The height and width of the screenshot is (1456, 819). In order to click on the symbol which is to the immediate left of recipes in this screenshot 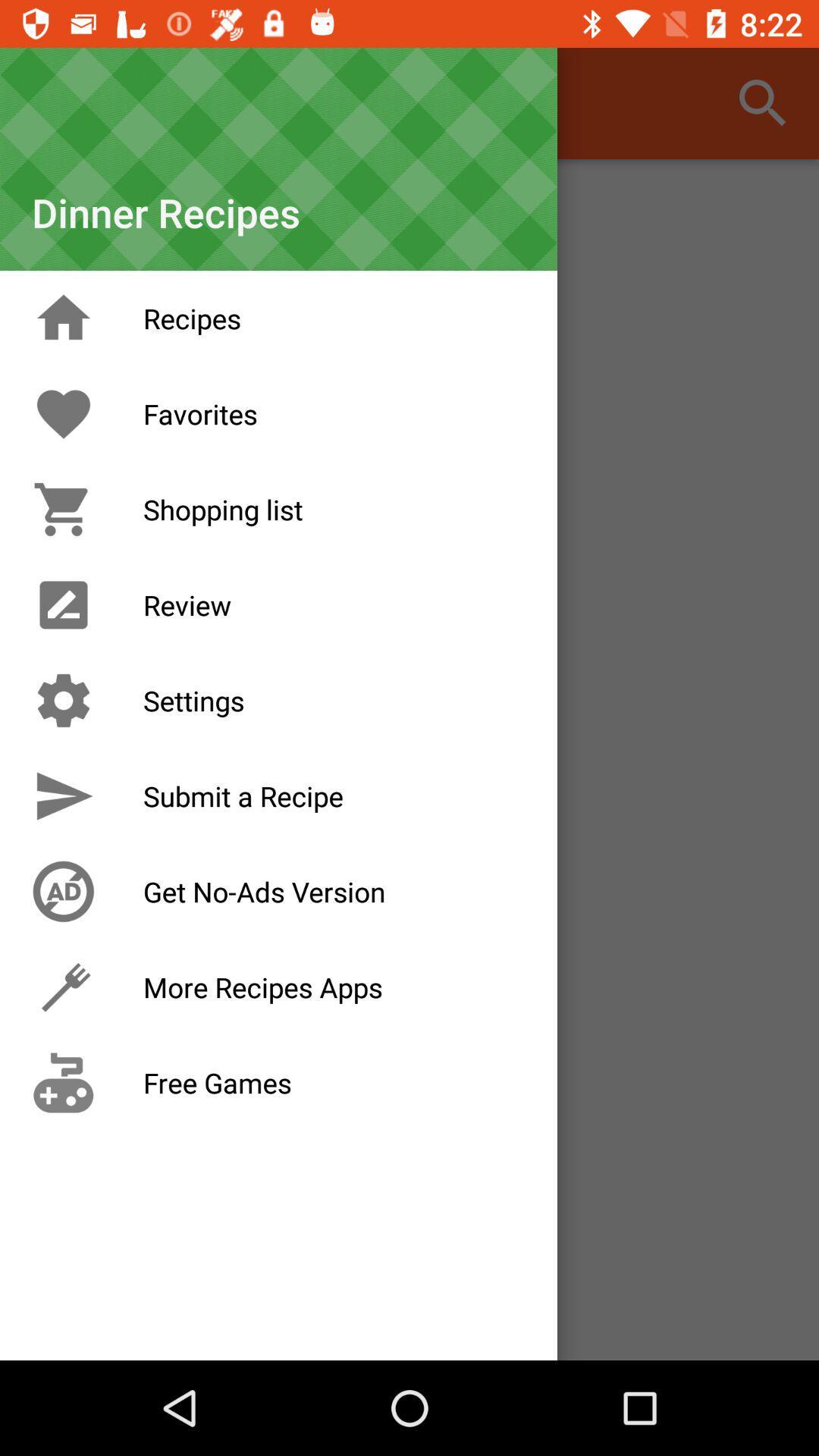, I will do `click(63, 318)`.